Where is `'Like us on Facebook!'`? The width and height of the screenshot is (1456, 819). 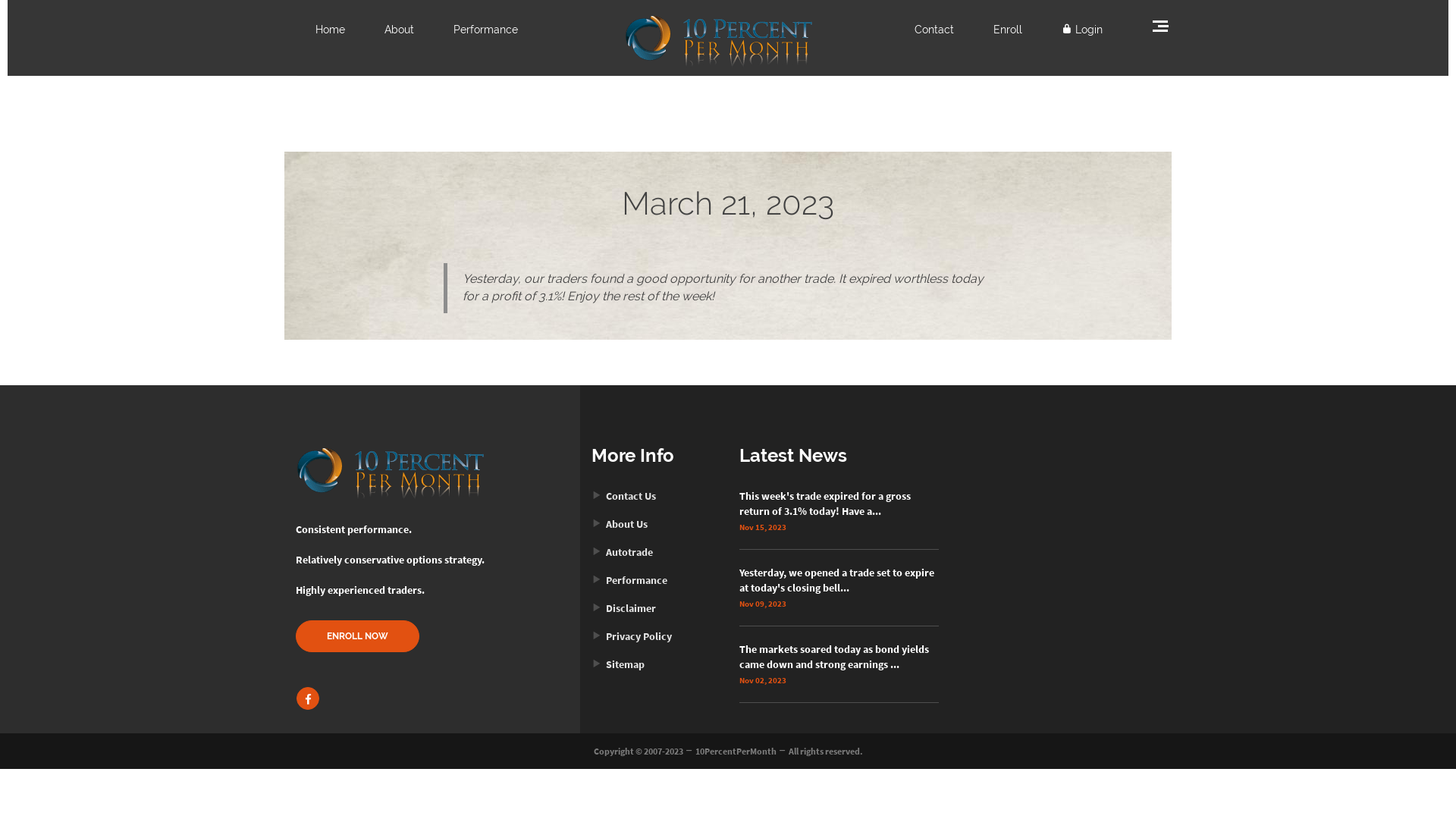 'Like us on Facebook!' is located at coordinates (307, 698).